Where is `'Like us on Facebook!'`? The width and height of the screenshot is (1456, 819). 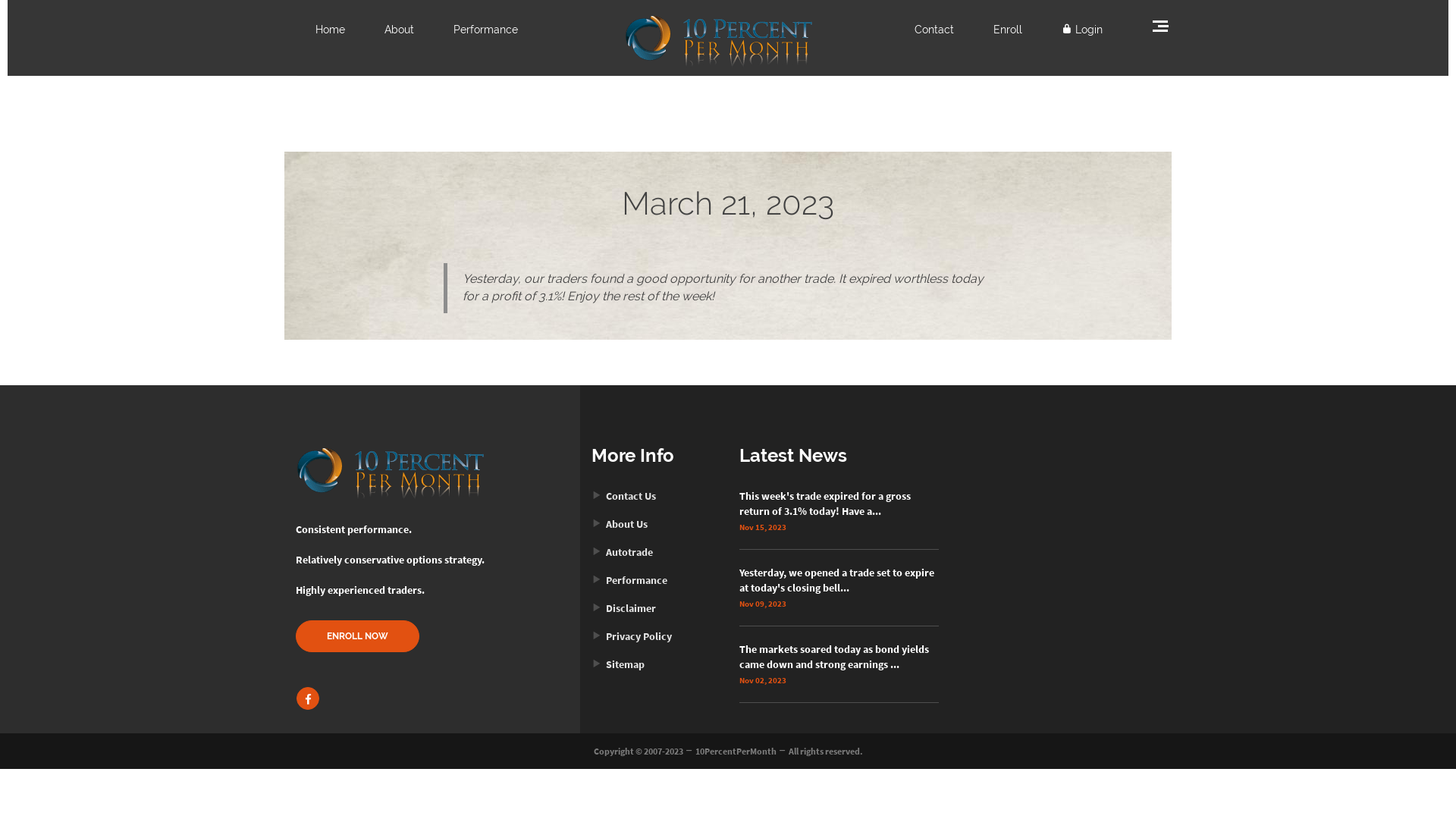 'Like us on Facebook!' is located at coordinates (307, 698).